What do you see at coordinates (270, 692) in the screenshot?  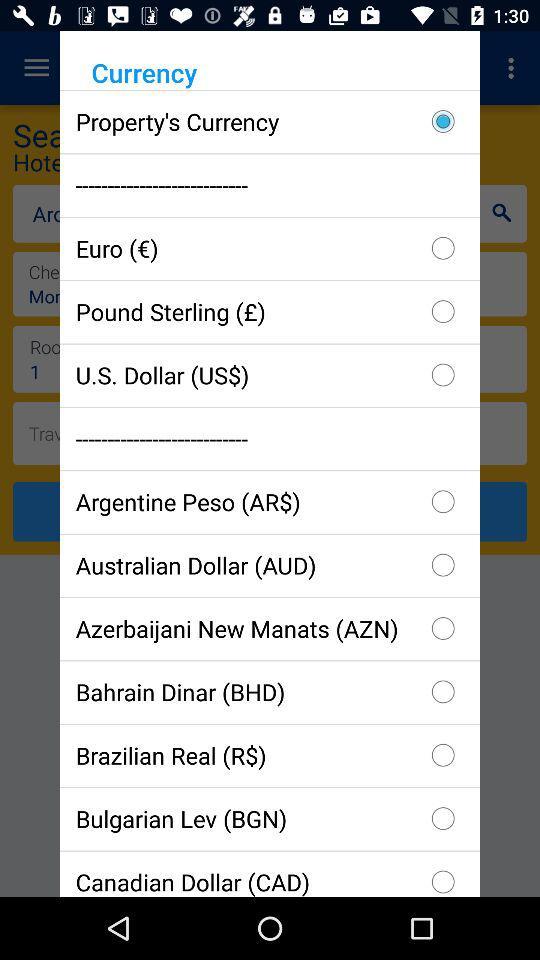 I see `checkbox above the brazilian real (r$) icon` at bounding box center [270, 692].